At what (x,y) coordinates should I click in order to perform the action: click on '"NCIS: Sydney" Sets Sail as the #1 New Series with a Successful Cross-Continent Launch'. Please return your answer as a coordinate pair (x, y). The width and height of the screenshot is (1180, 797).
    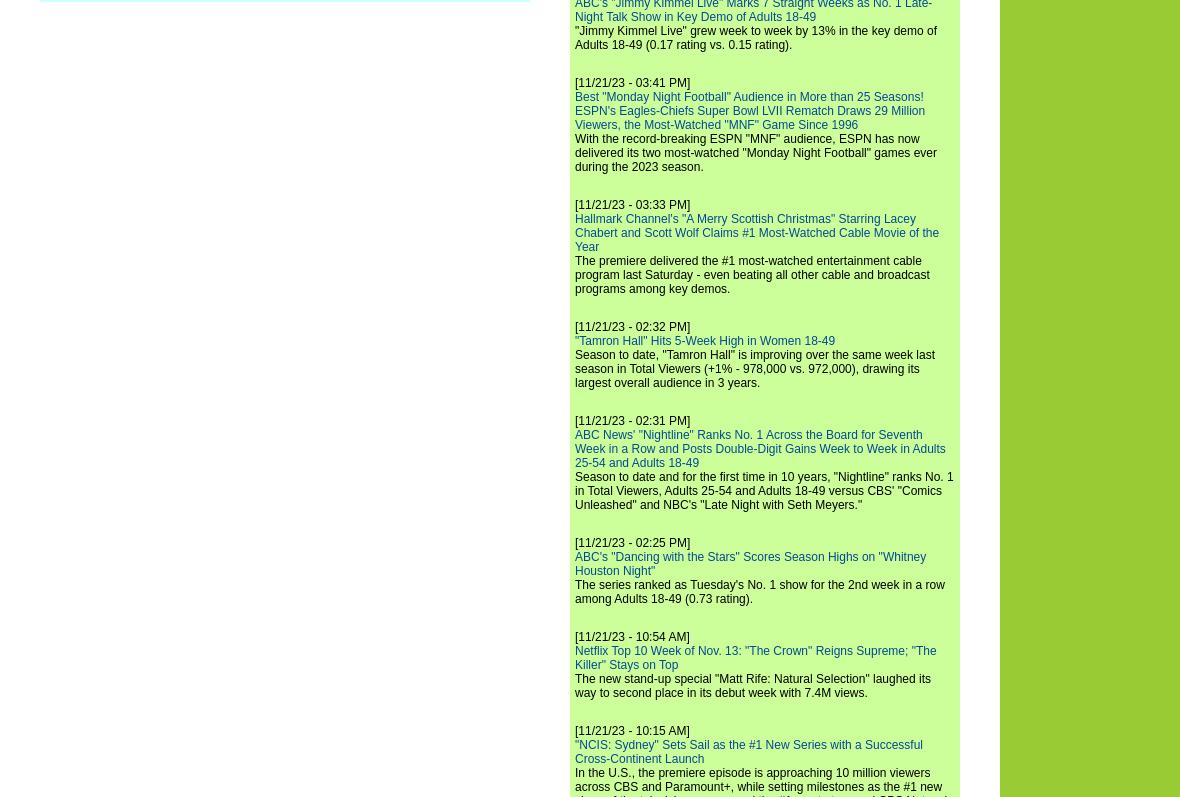
    Looking at the image, I should click on (748, 750).